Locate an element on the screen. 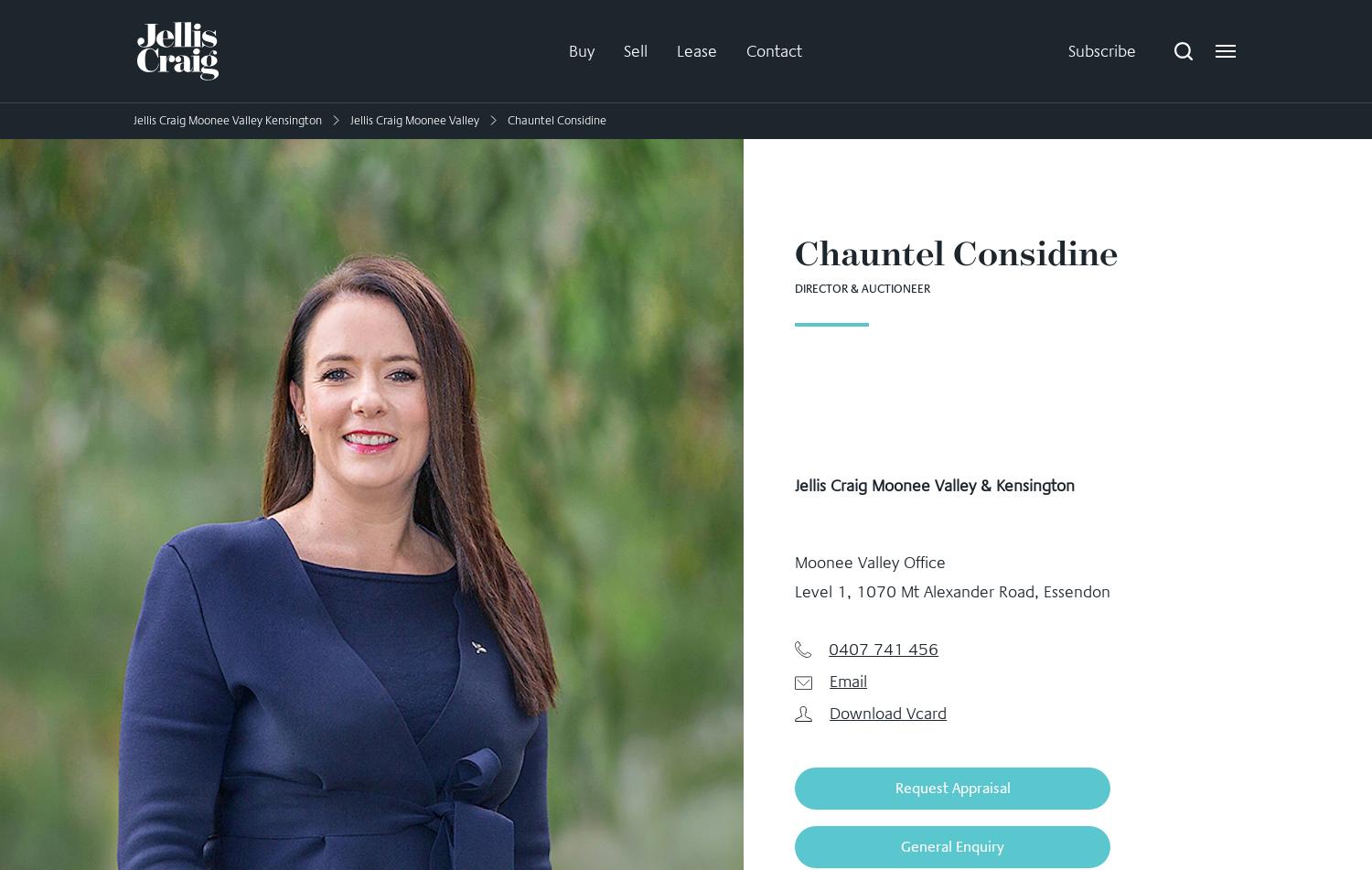  'Director & Auctioneer' is located at coordinates (862, 288).